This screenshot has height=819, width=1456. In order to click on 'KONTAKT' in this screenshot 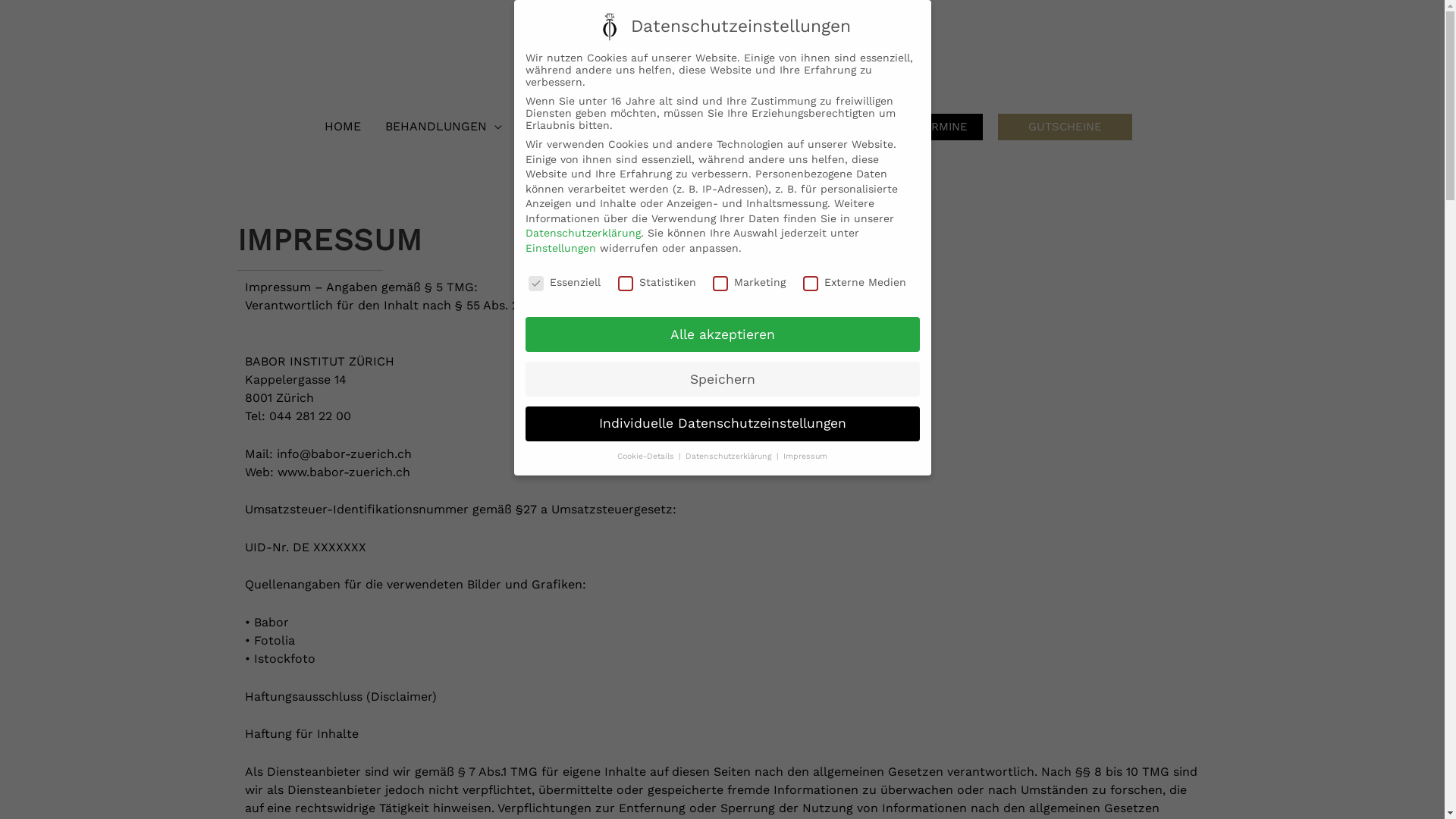, I will do `click(787, 125)`.